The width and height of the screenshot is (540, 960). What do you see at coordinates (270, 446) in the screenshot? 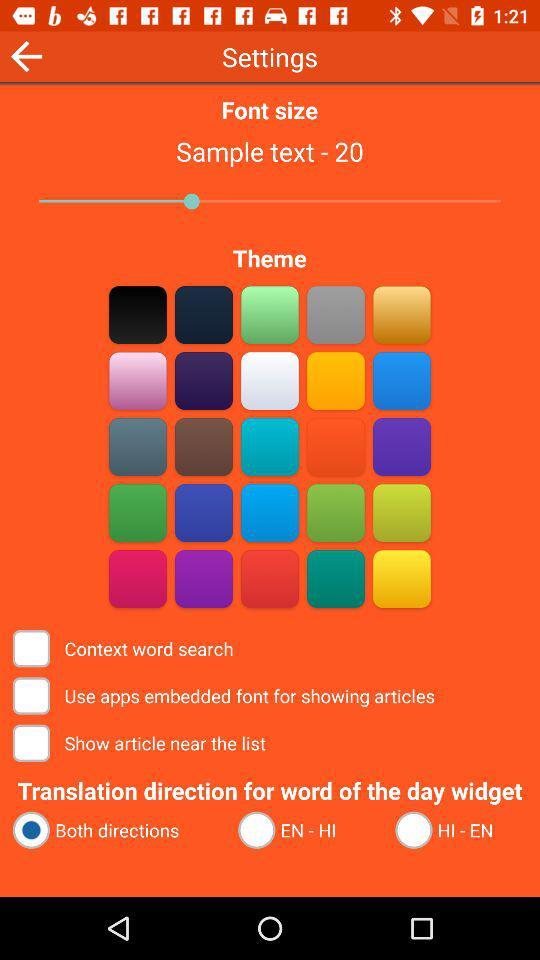
I see `color` at bounding box center [270, 446].